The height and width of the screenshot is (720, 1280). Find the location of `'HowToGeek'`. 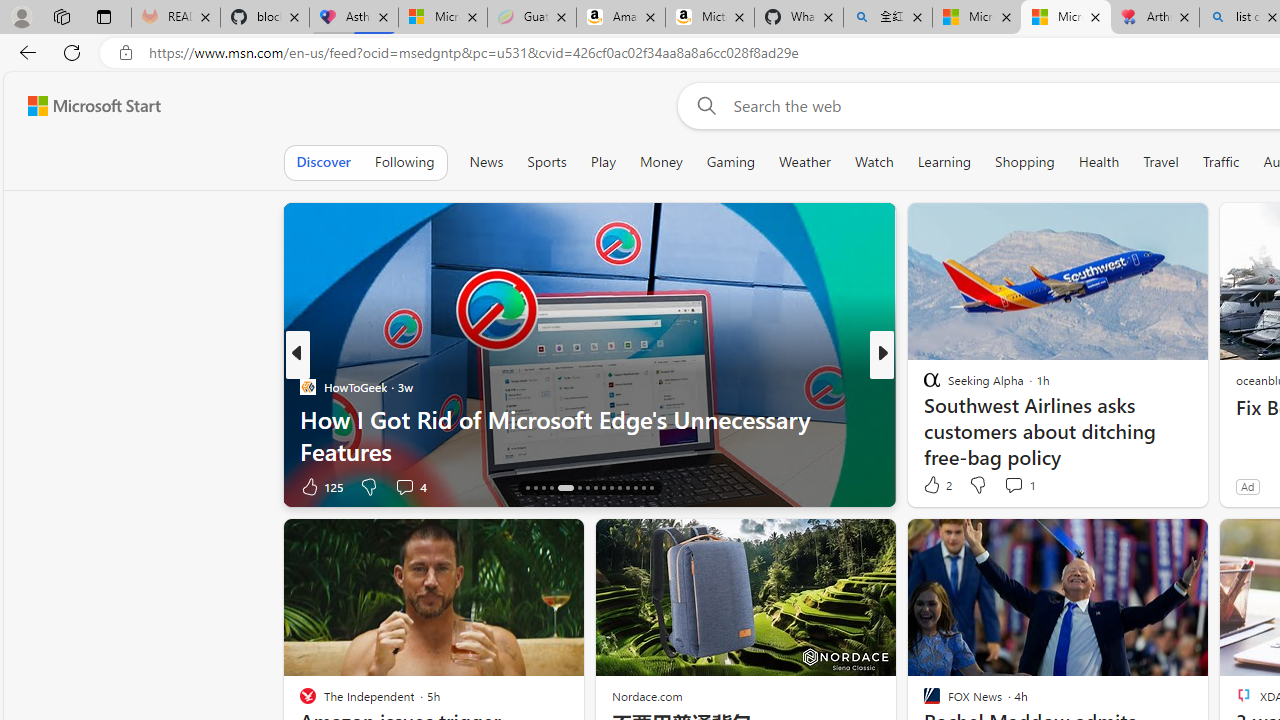

'HowToGeek' is located at coordinates (306, 387).